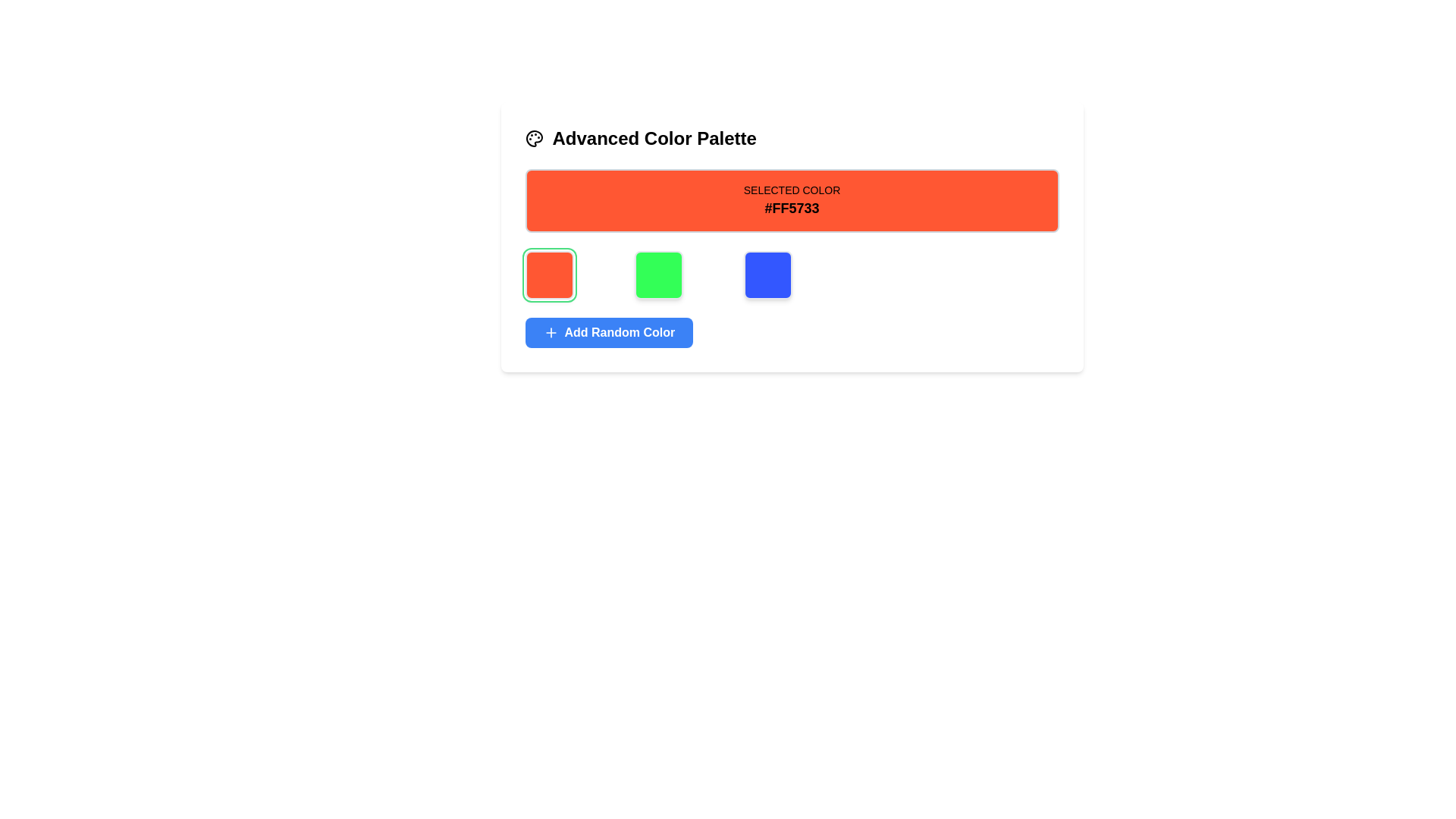 The image size is (1456, 819). What do you see at coordinates (609, 332) in the screenshot?
I see `the rectangular button with a blue background, labeled 'Add Random Color' with a '+' icon on the left` at bounding box center [609, 332].